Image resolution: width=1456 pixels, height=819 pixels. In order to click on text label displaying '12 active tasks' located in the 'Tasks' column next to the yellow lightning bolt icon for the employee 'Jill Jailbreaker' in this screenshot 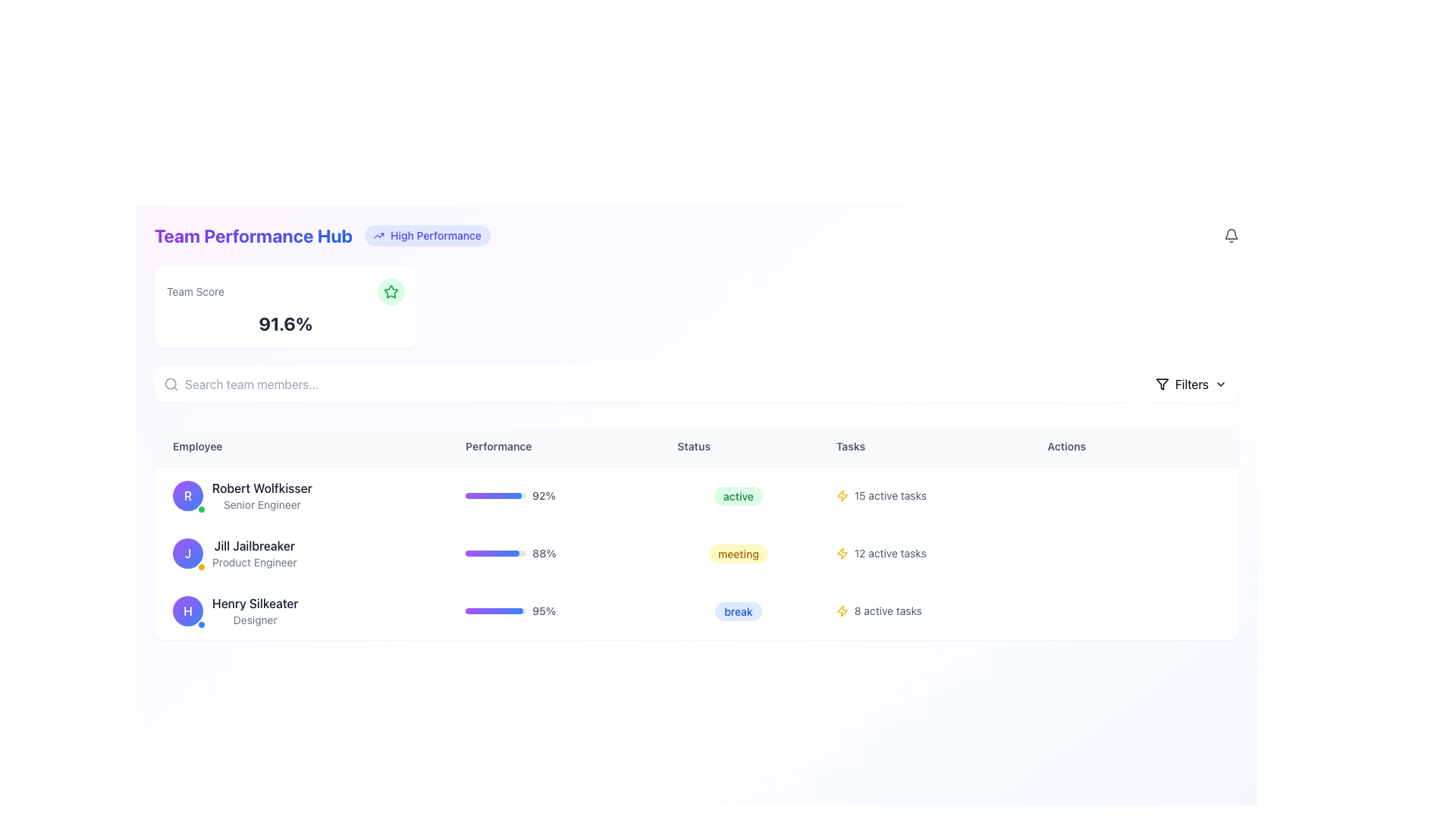, I will do `click(890, 553)`.